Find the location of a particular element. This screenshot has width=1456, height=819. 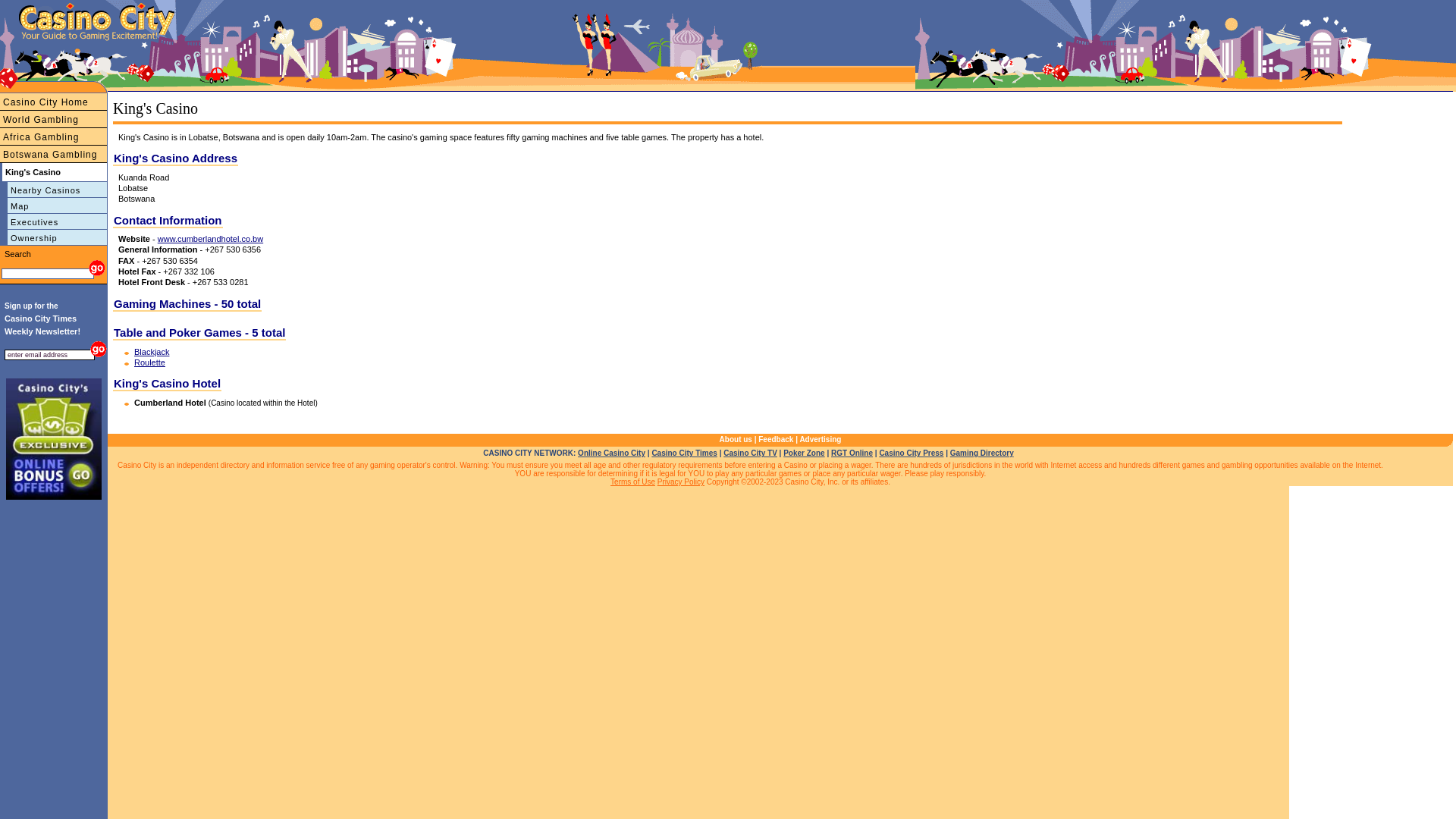

'Botswana Gambling' is located at coordinates (53, 154).